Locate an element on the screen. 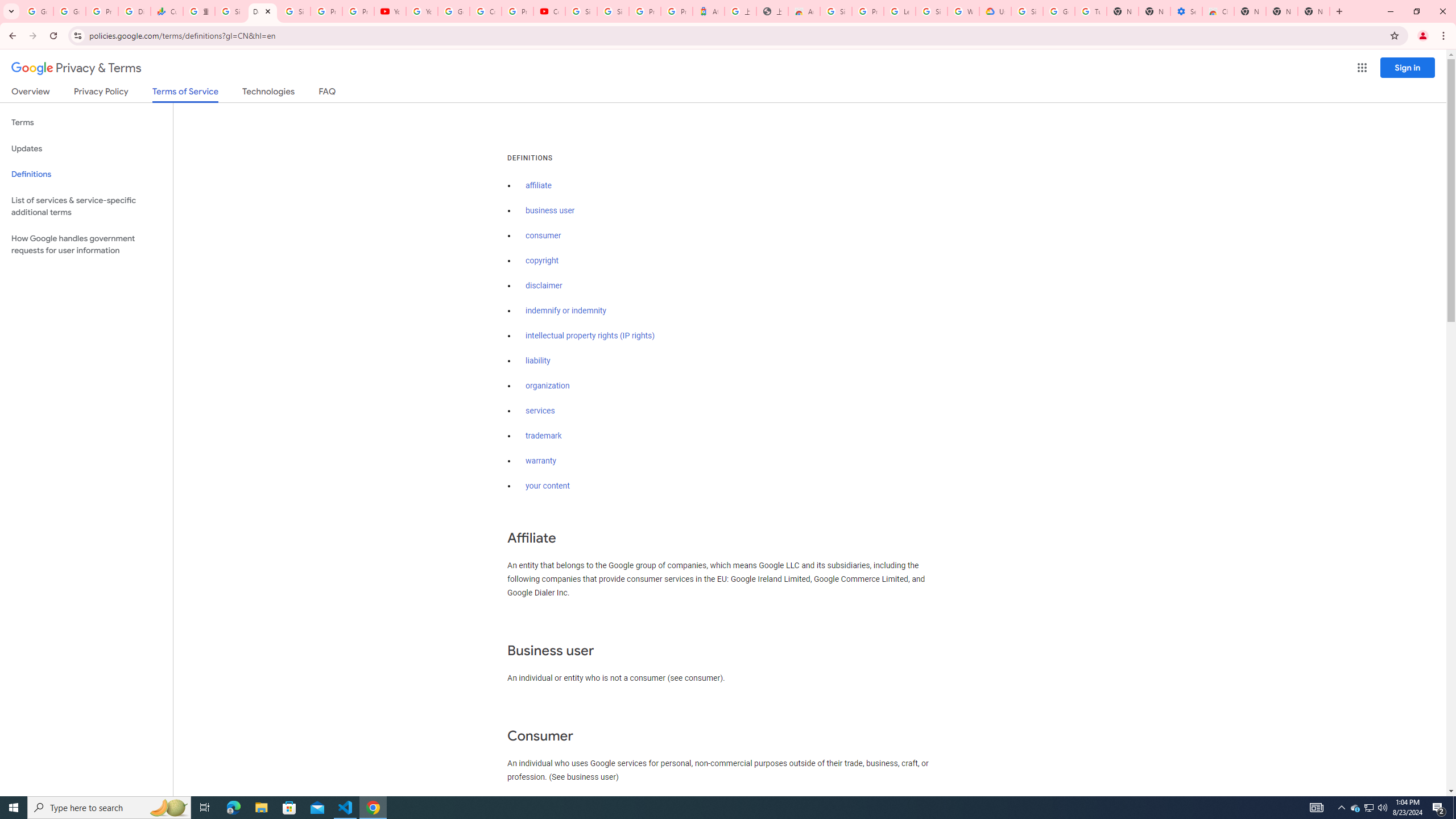 This screenshot has width=1456, height=819. 'organization' is located at coordinates (547, 385).